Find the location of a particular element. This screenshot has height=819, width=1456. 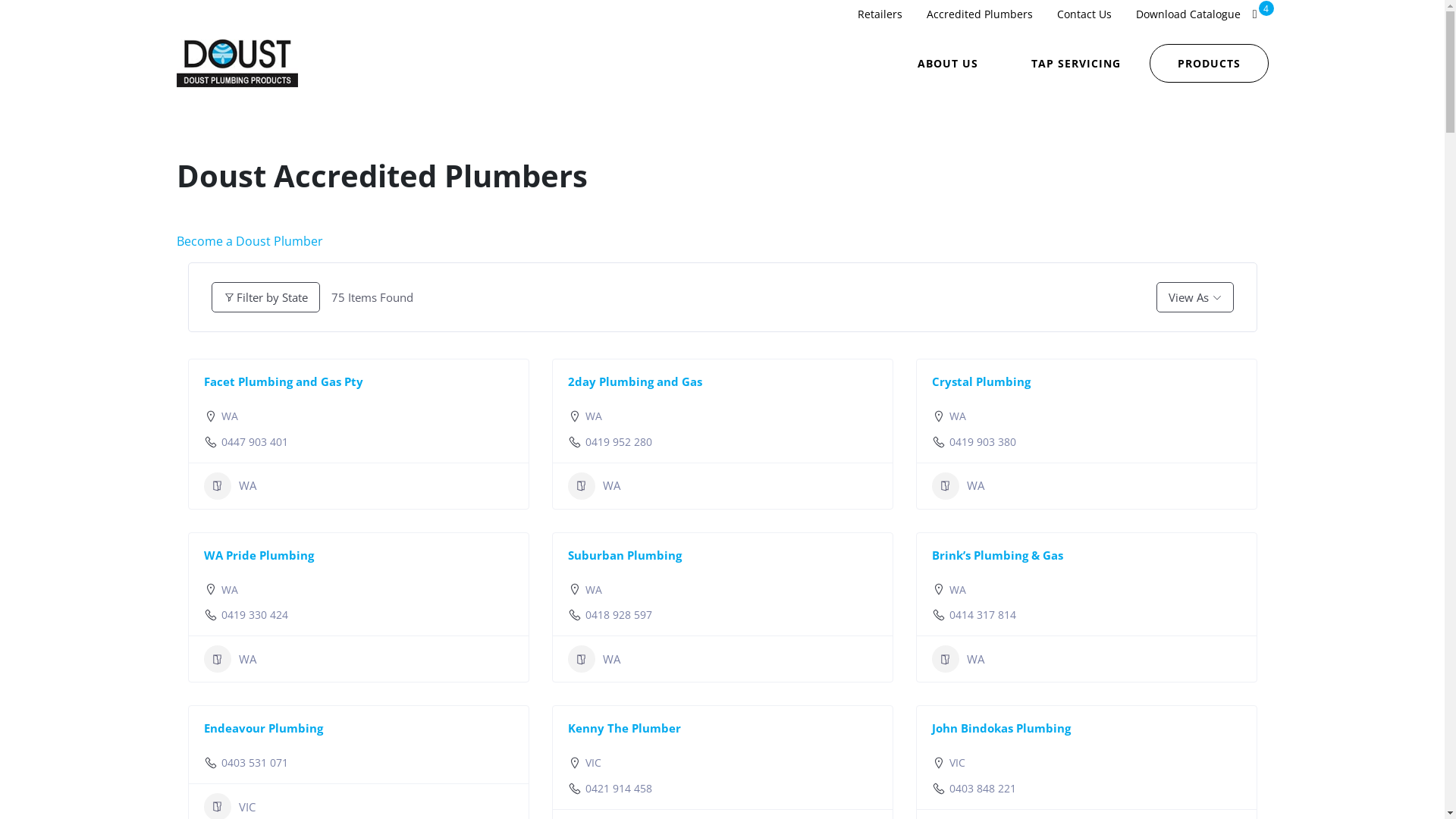

'2day Plumbing and Gas' is located at coordinates (634, 380).